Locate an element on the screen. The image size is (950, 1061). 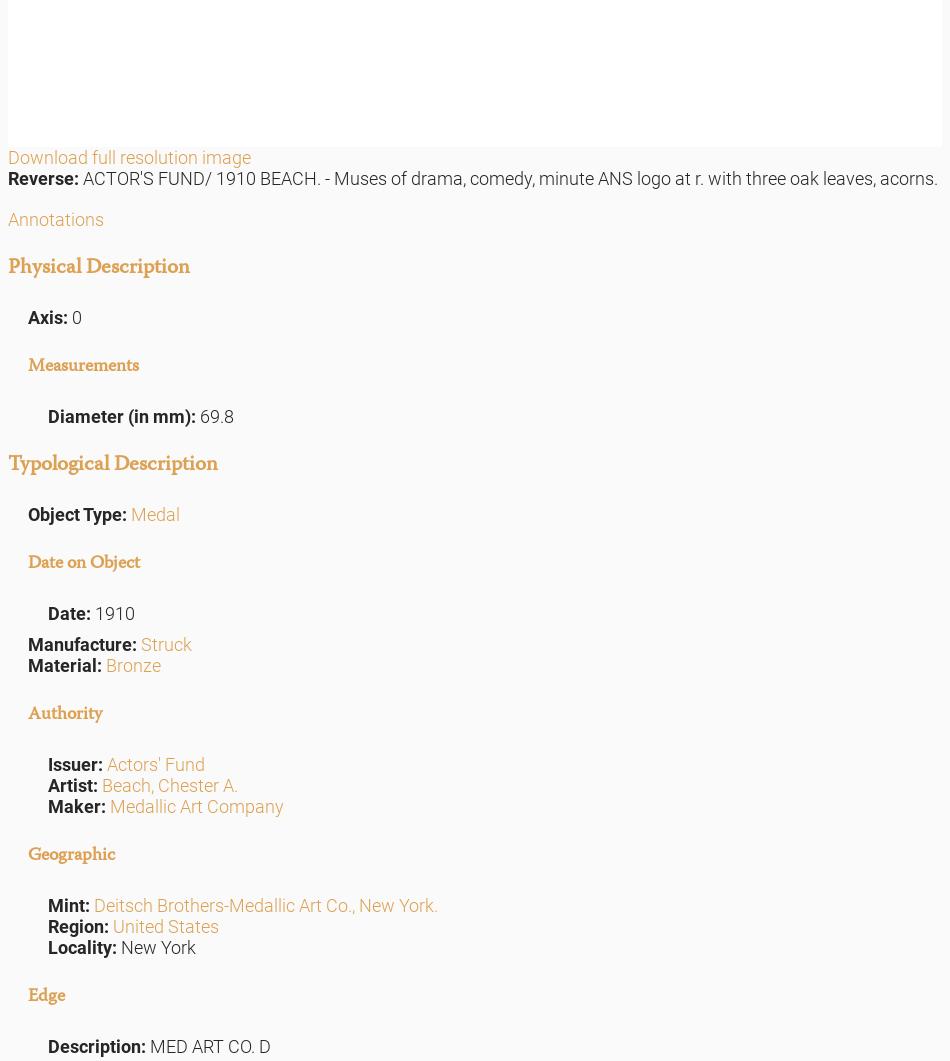
'Axis:' is located at coordinates (28, 316).